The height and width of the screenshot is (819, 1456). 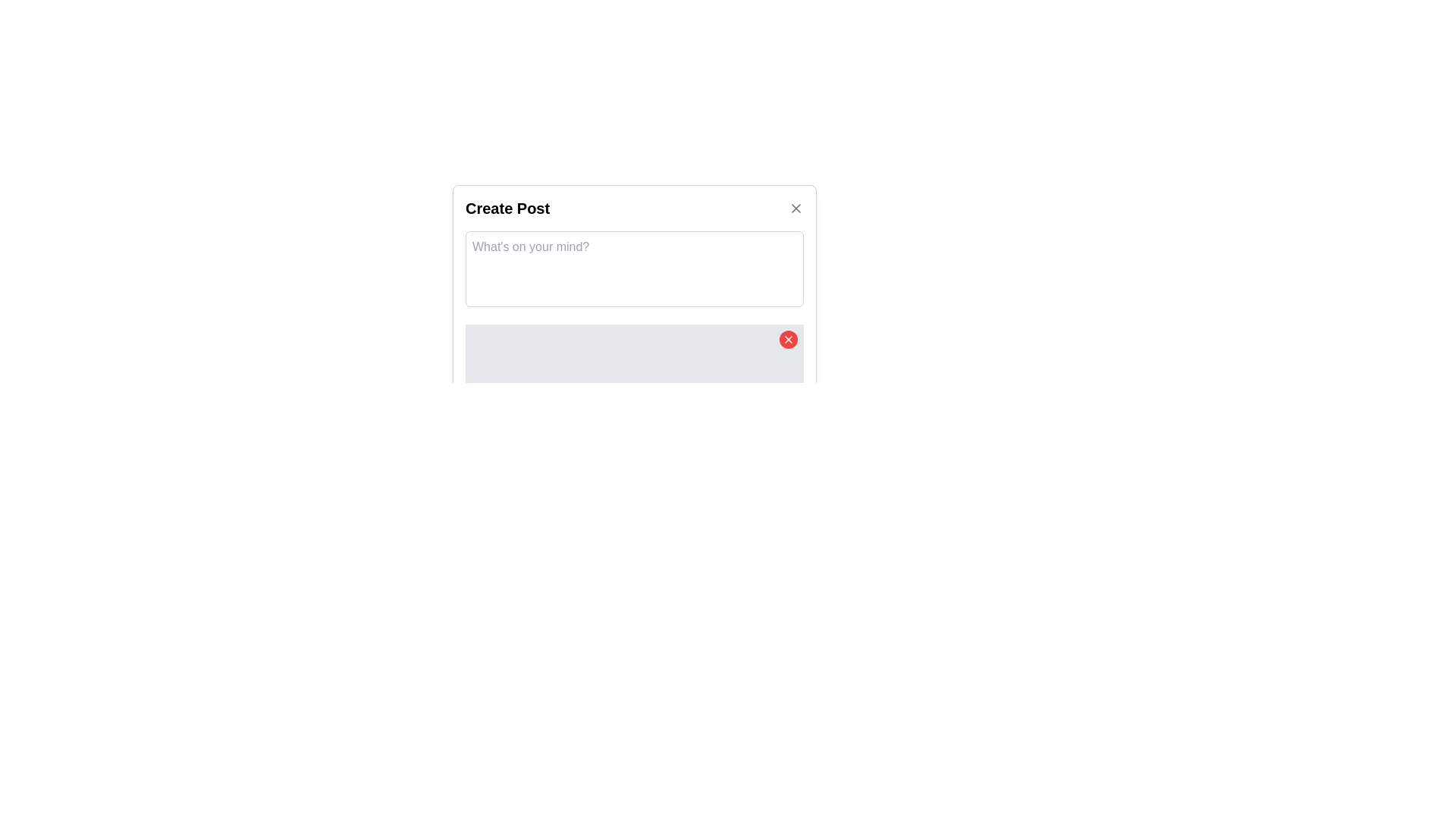 I want to click on the 'Create Post' text label, which is styled with a bold, large font size and black color, located at the top-left corner of a content card within a modal window, so click(x=507, y=208).